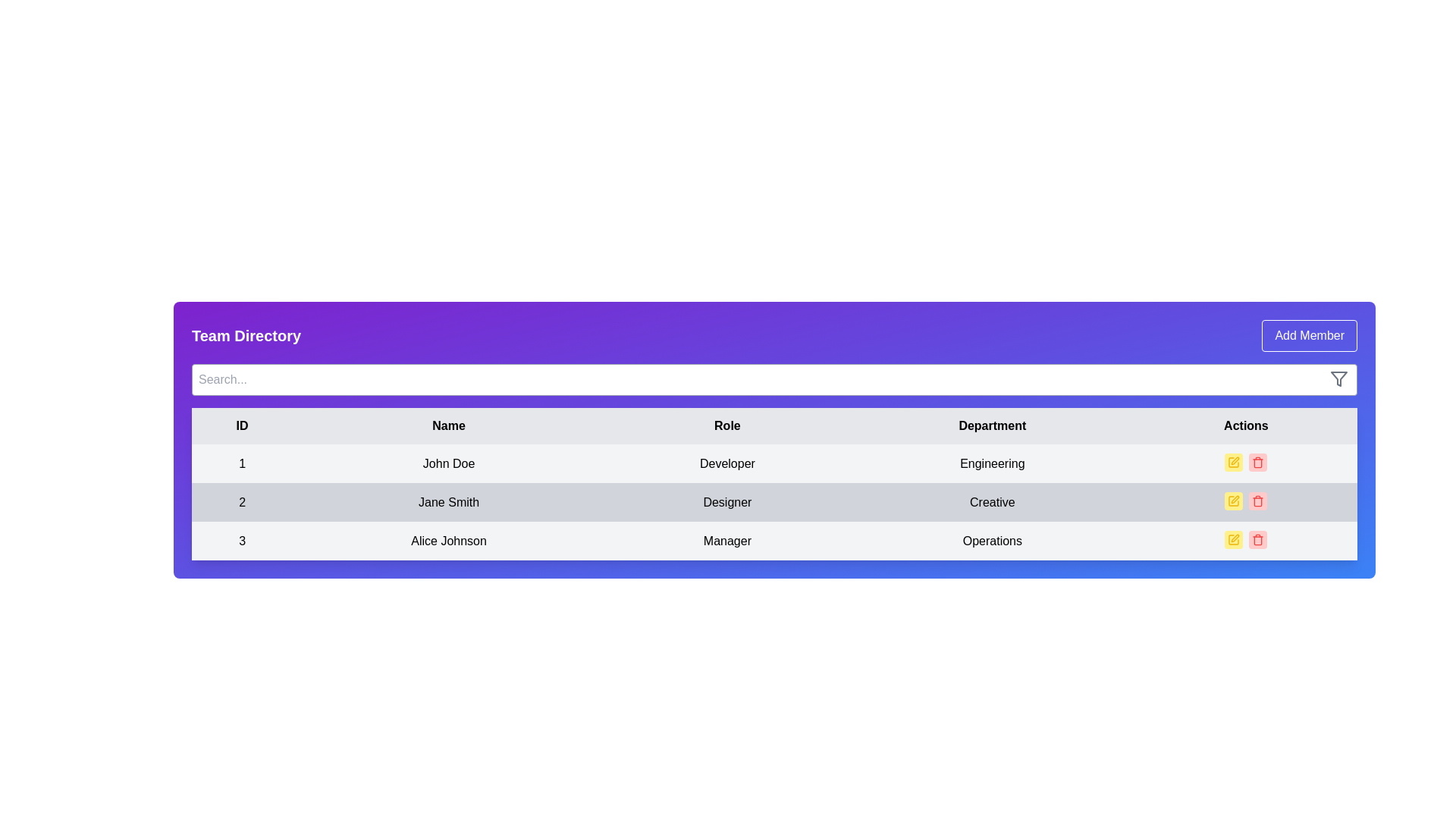 The image size is (1456, 819). What do you see at coordinates (1258, 461) in the screenshot?
I see `the delete button in the 'Actions' column of the first row in the table` at bounding box center [1258, 461].